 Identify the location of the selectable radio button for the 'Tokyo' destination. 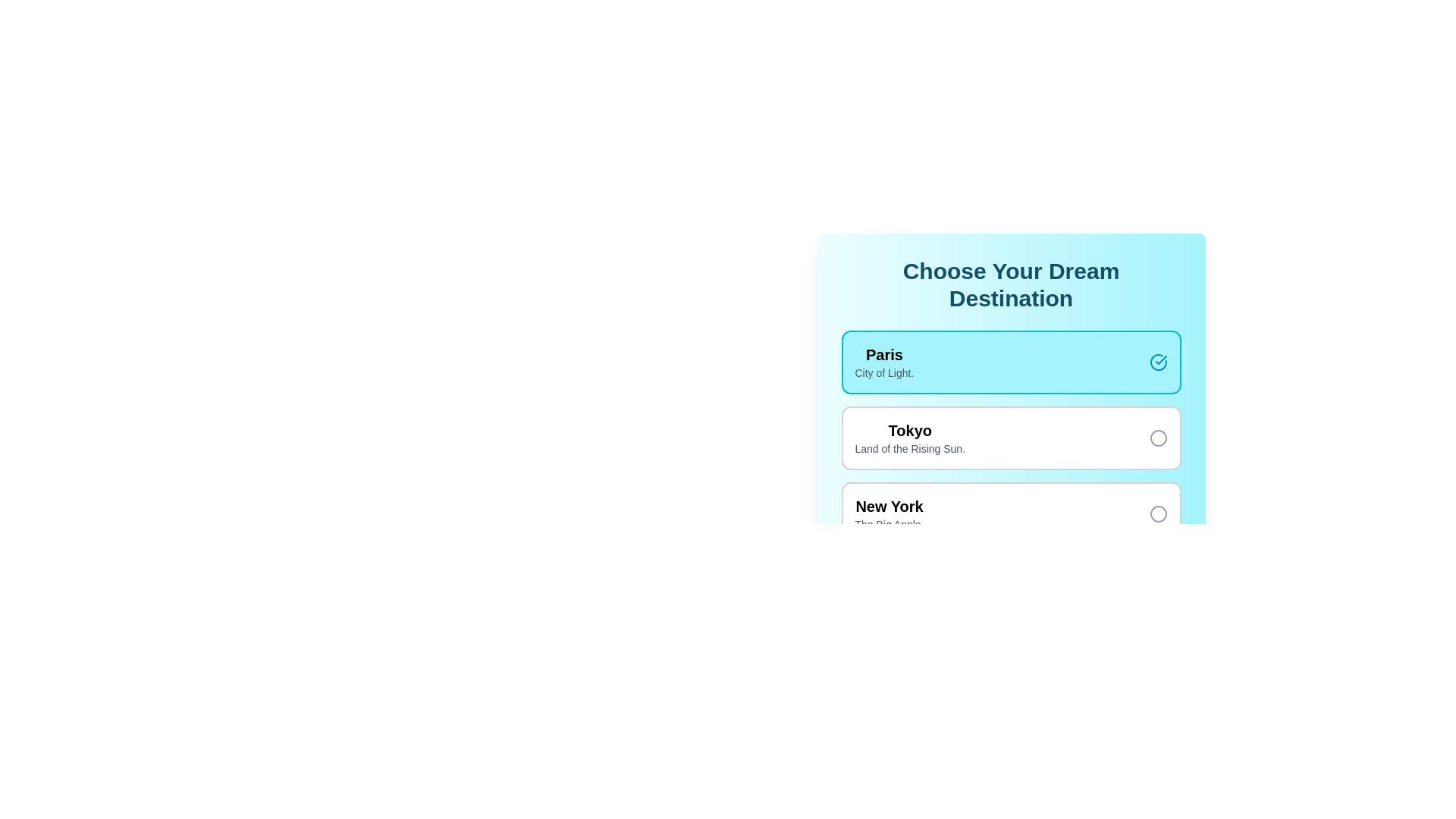
(1157, 438).